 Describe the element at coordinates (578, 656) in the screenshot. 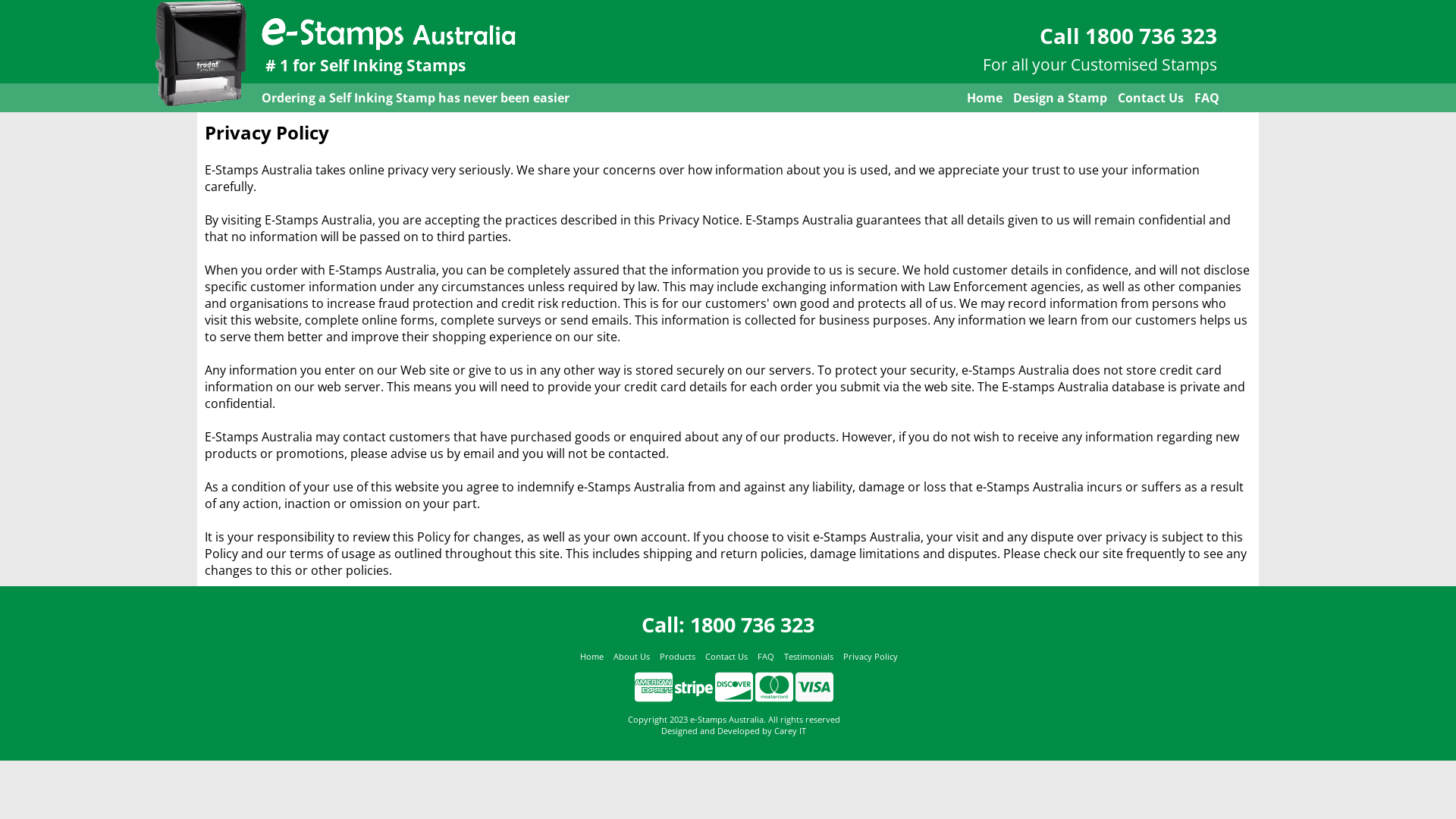

I see `'Home'` at that location.